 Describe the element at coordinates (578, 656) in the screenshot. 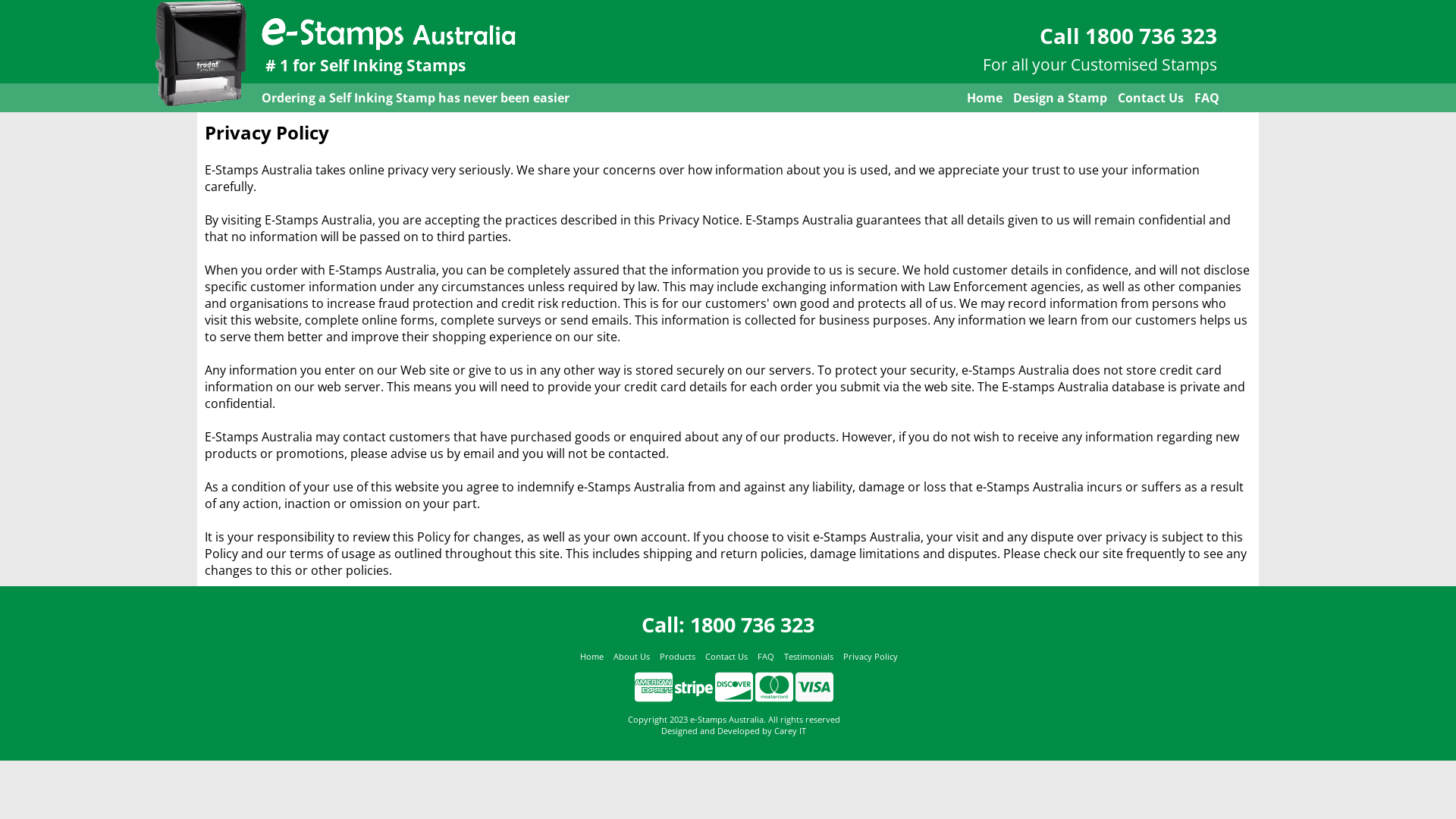

I see `'Home'` at that location.